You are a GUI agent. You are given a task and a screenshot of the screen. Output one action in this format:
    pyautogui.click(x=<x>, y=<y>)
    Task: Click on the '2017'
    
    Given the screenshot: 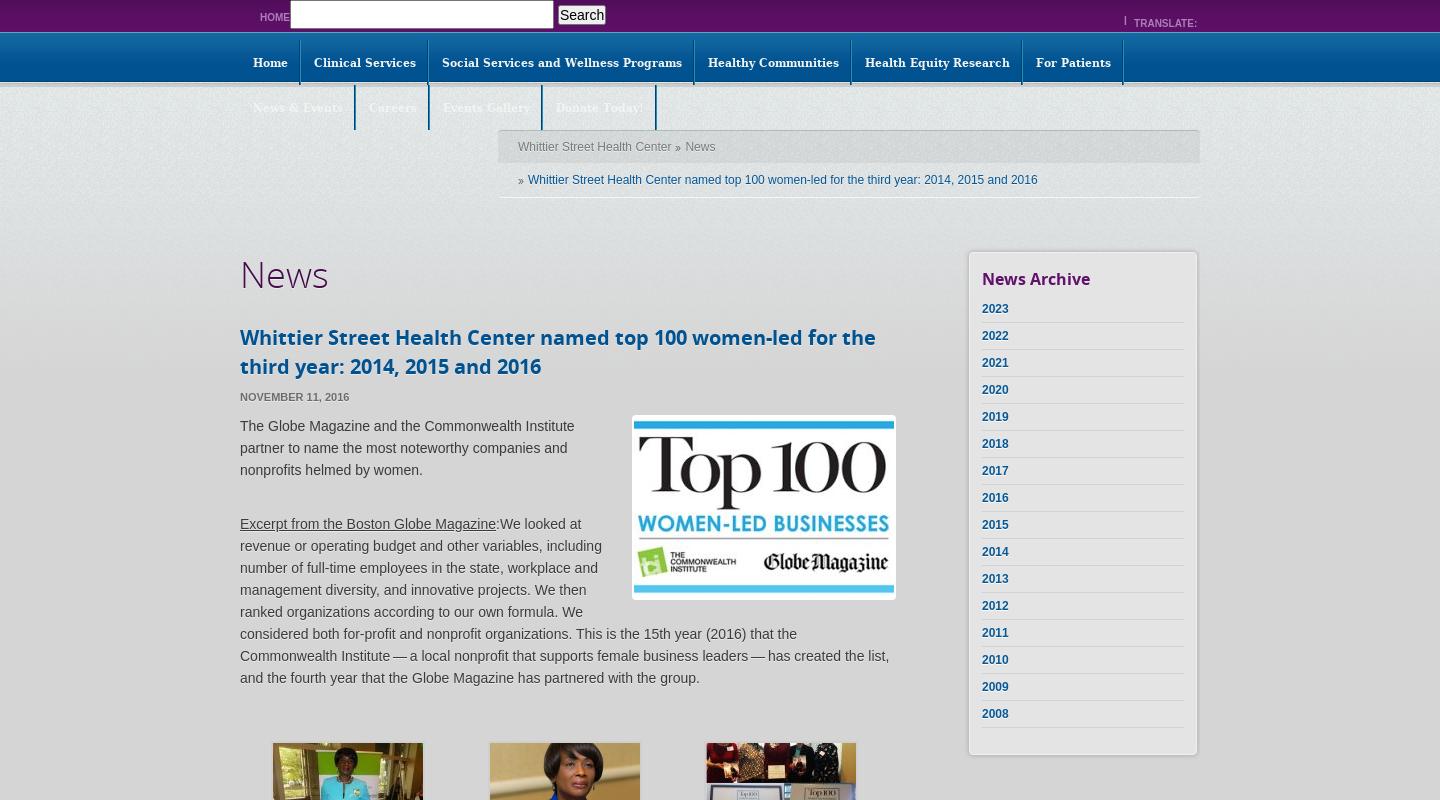 What is the action you would take?
    pyautogui.click(x=980, y=470)
    